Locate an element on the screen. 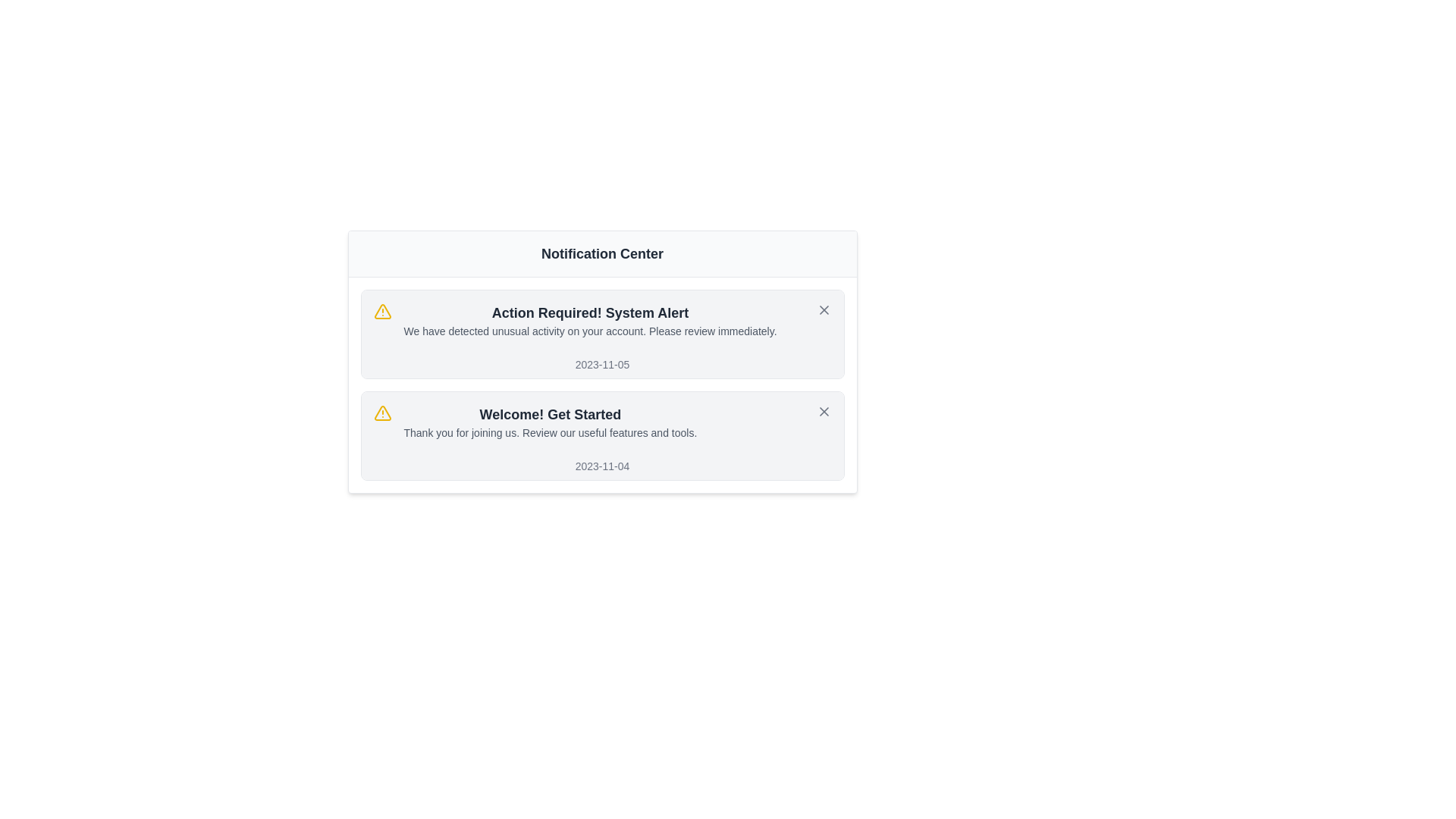  the supplementary text information located below the title 'Welcome! Get Started' in the second notification box is located at coordinates (549, 432).